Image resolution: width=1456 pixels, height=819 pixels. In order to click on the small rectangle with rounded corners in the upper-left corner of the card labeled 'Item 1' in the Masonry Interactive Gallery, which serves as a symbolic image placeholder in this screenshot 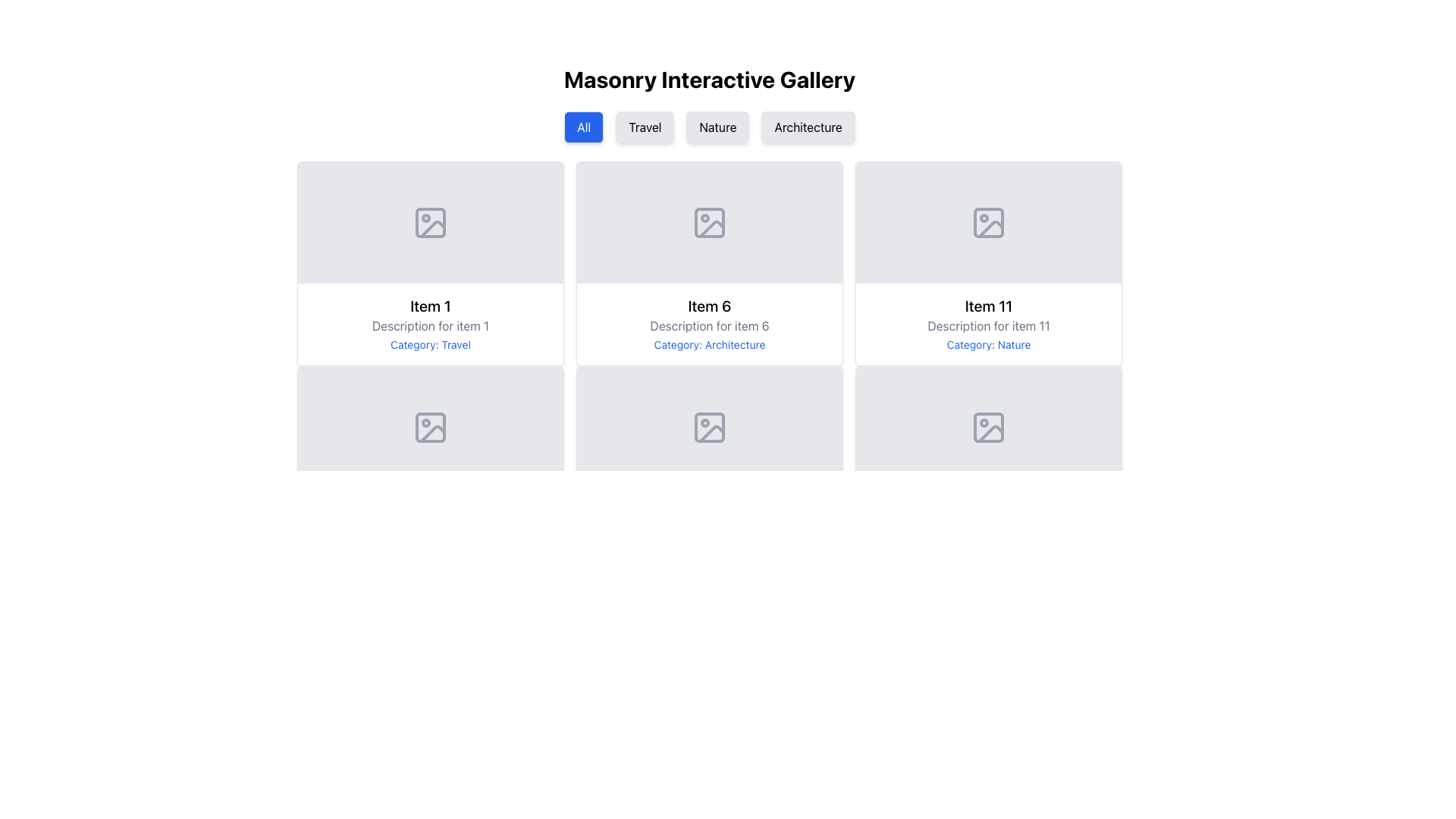, I will do `click(429, 222)`.